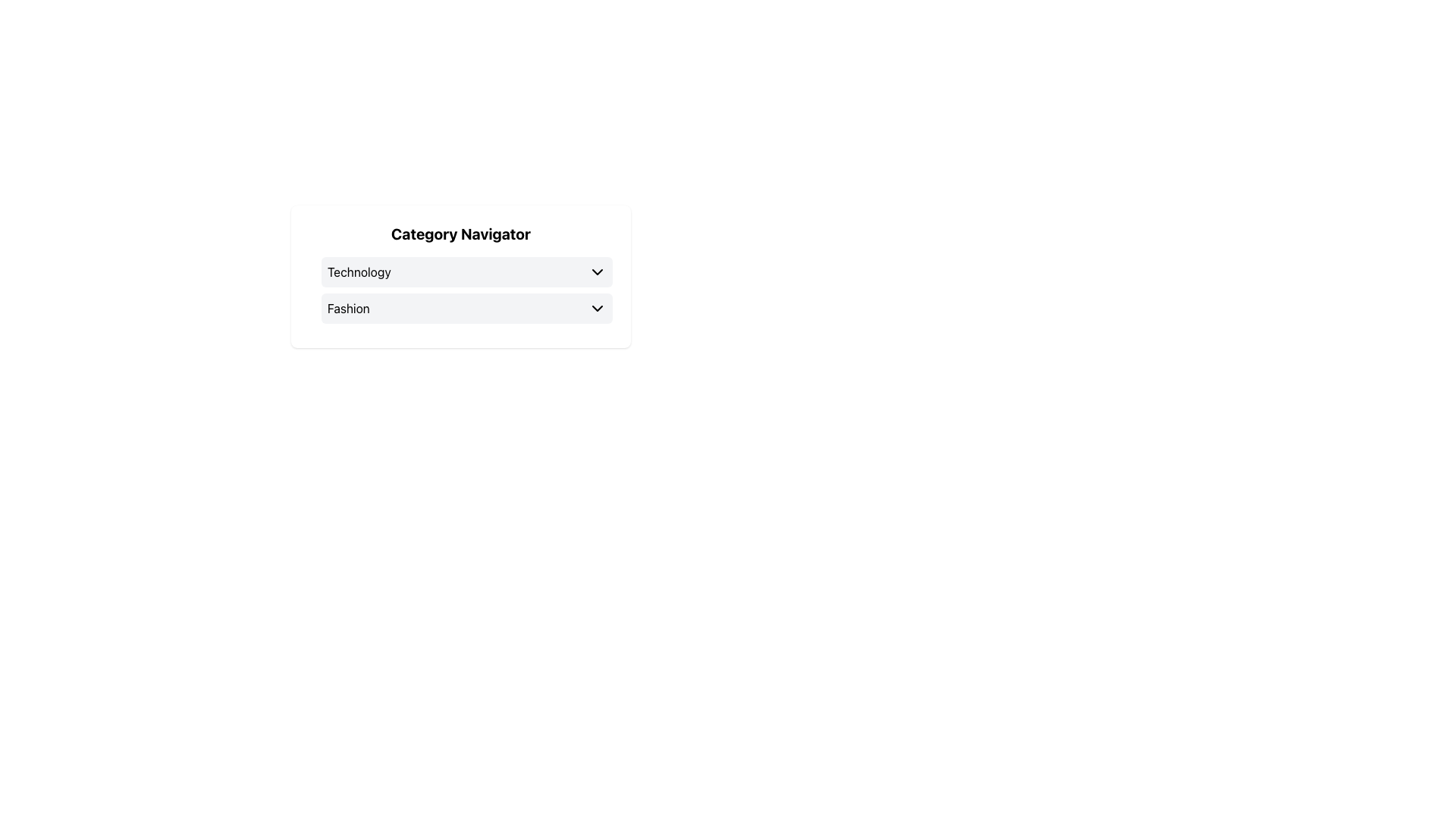 The width and height of the screenshot is (1456, 819). What do you see at coordinates (596, 271) in the screenshot?
I see `the chevron icon located on the right side of the 'Technology' text label` at bounding box center [596, 271].